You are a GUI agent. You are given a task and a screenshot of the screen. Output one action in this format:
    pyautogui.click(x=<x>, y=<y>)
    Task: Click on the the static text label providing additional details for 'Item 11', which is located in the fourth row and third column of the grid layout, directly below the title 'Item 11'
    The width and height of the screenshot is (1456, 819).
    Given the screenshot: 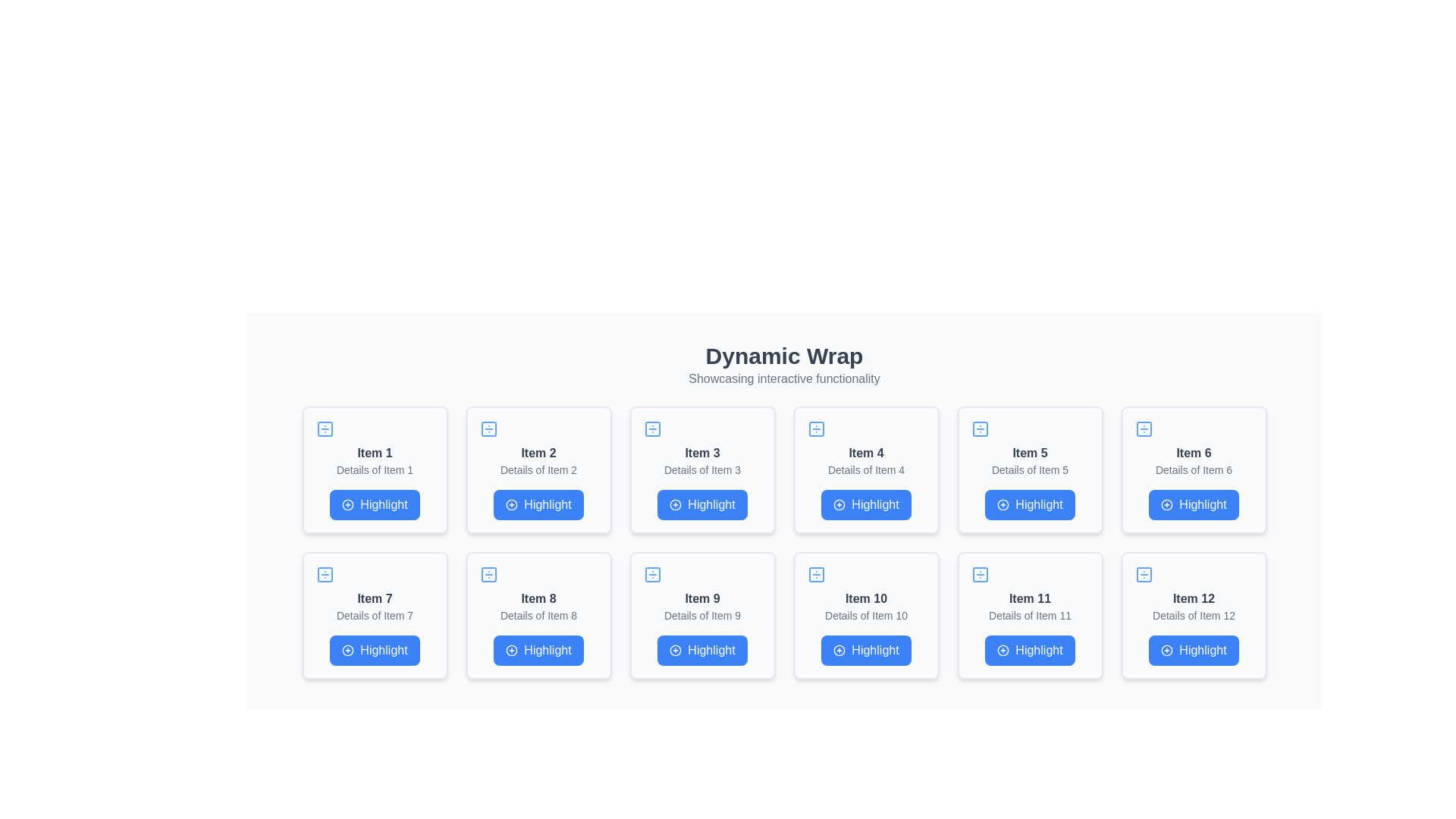 What is the action you would take?
    pyautogui.click(x=1030, y=616)
    